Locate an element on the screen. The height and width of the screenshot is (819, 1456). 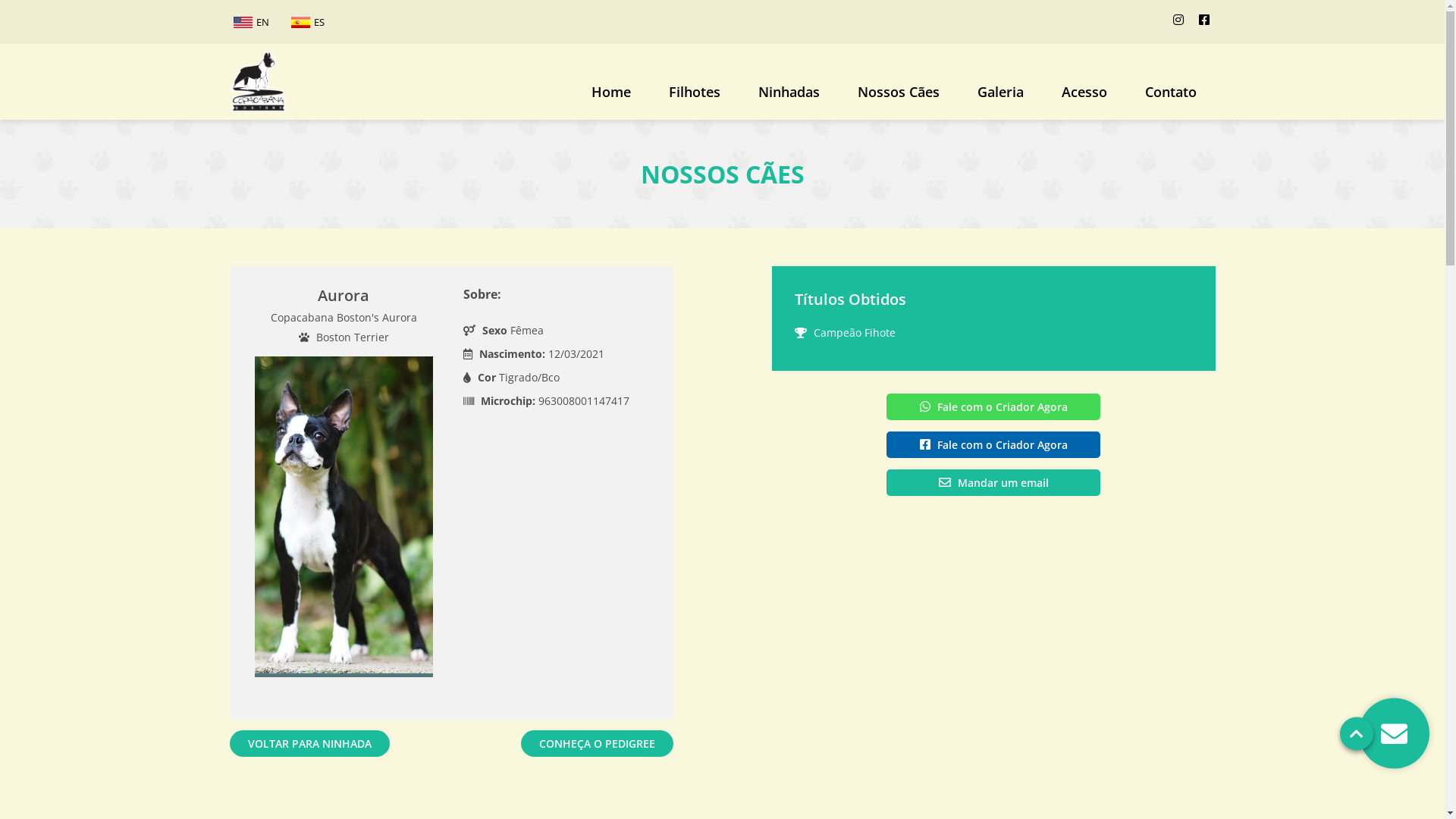
'VOLTAR PARA NINHADA' is located at coordinates (308, 742).